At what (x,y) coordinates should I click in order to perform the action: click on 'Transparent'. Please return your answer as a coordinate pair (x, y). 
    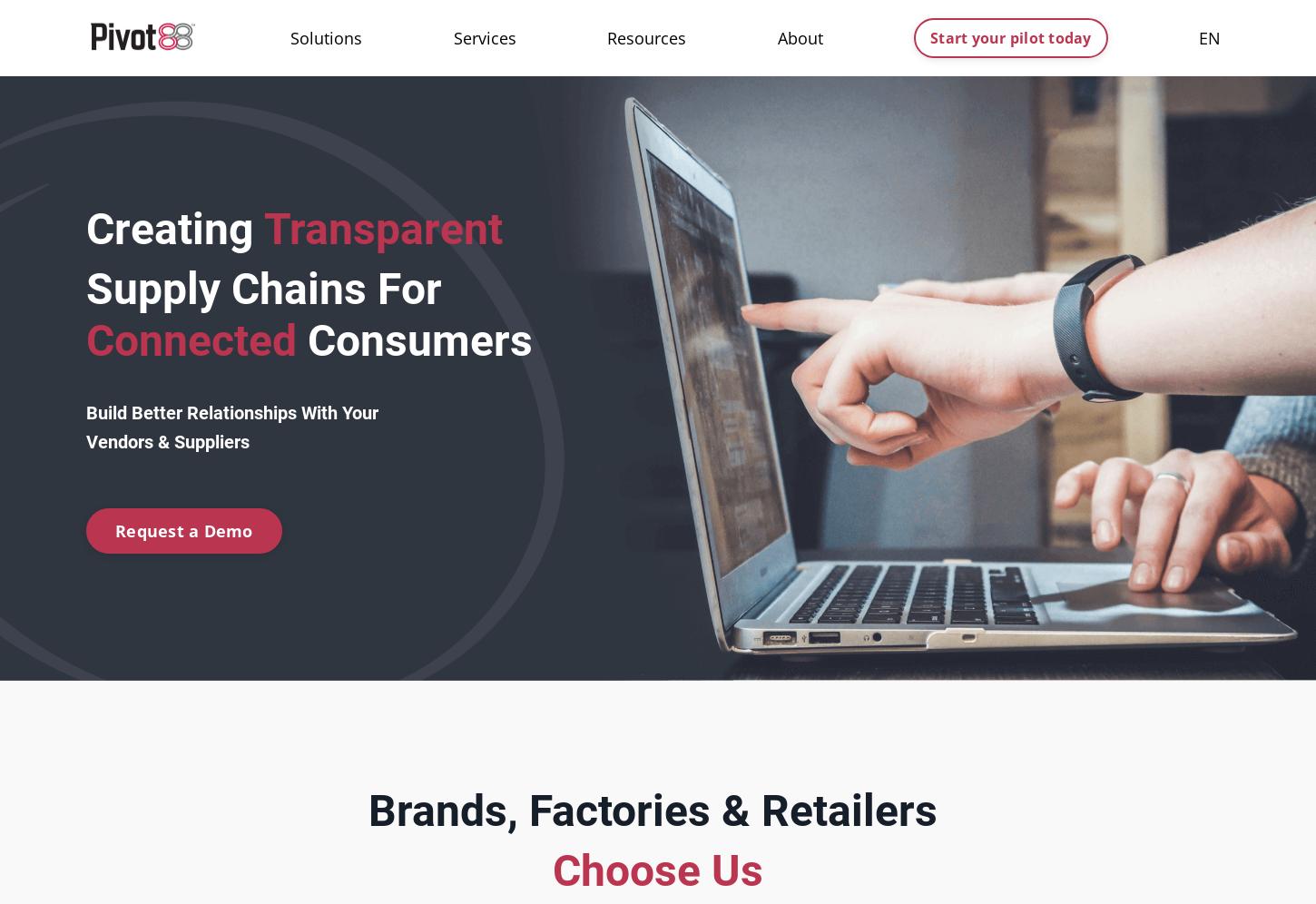
    Looking at the image, I should click on (377, 229).